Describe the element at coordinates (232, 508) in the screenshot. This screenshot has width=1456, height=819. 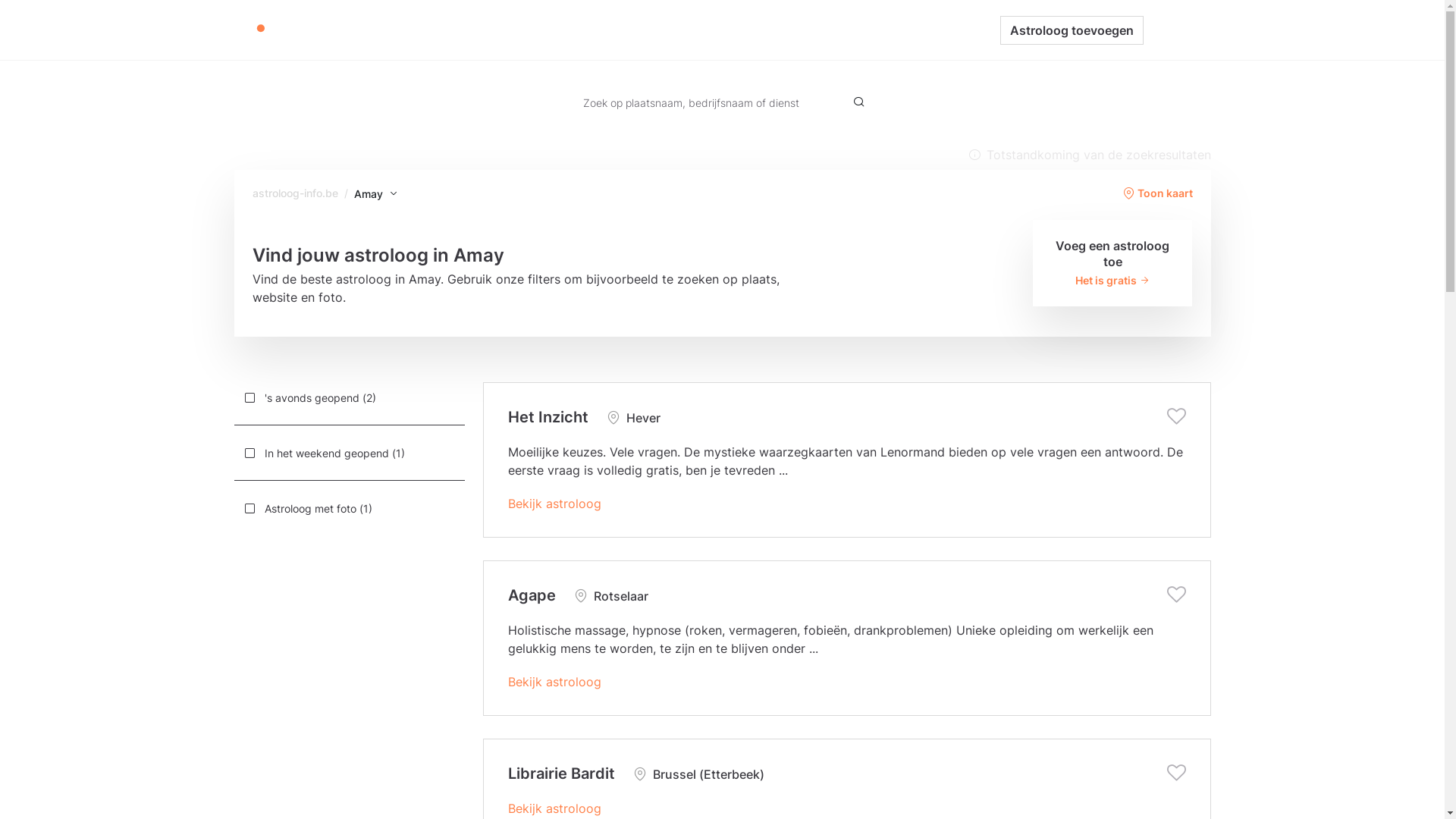
I see `'Astroloog met foto (1)'` at that location.